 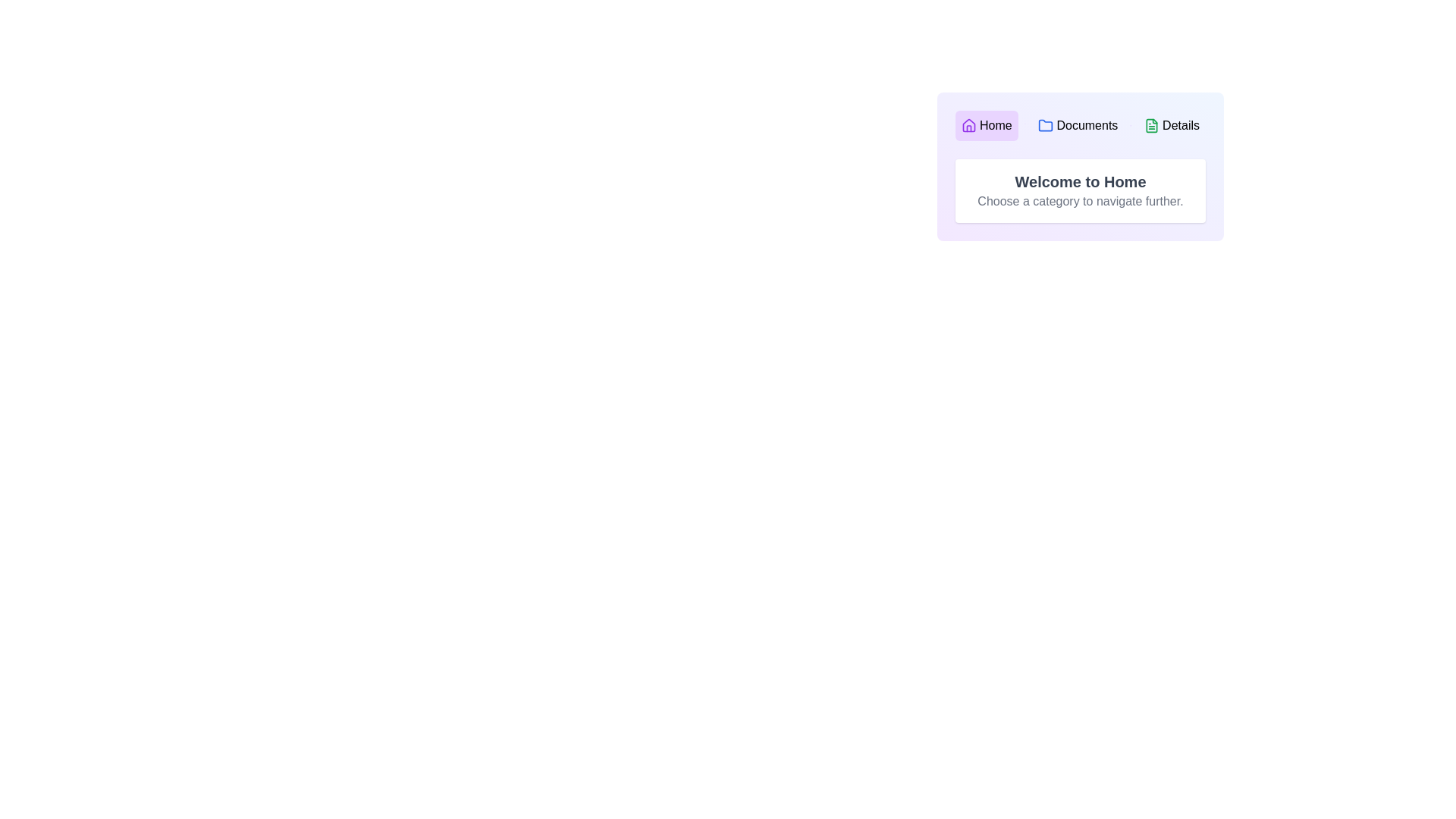 What do you see at coordinates (1080, 124) in the screenshot?
I see `Breadcrumb navigation bar located at the upper section of the welcome message box by hovering over it` at bounding box center [1080, 124].